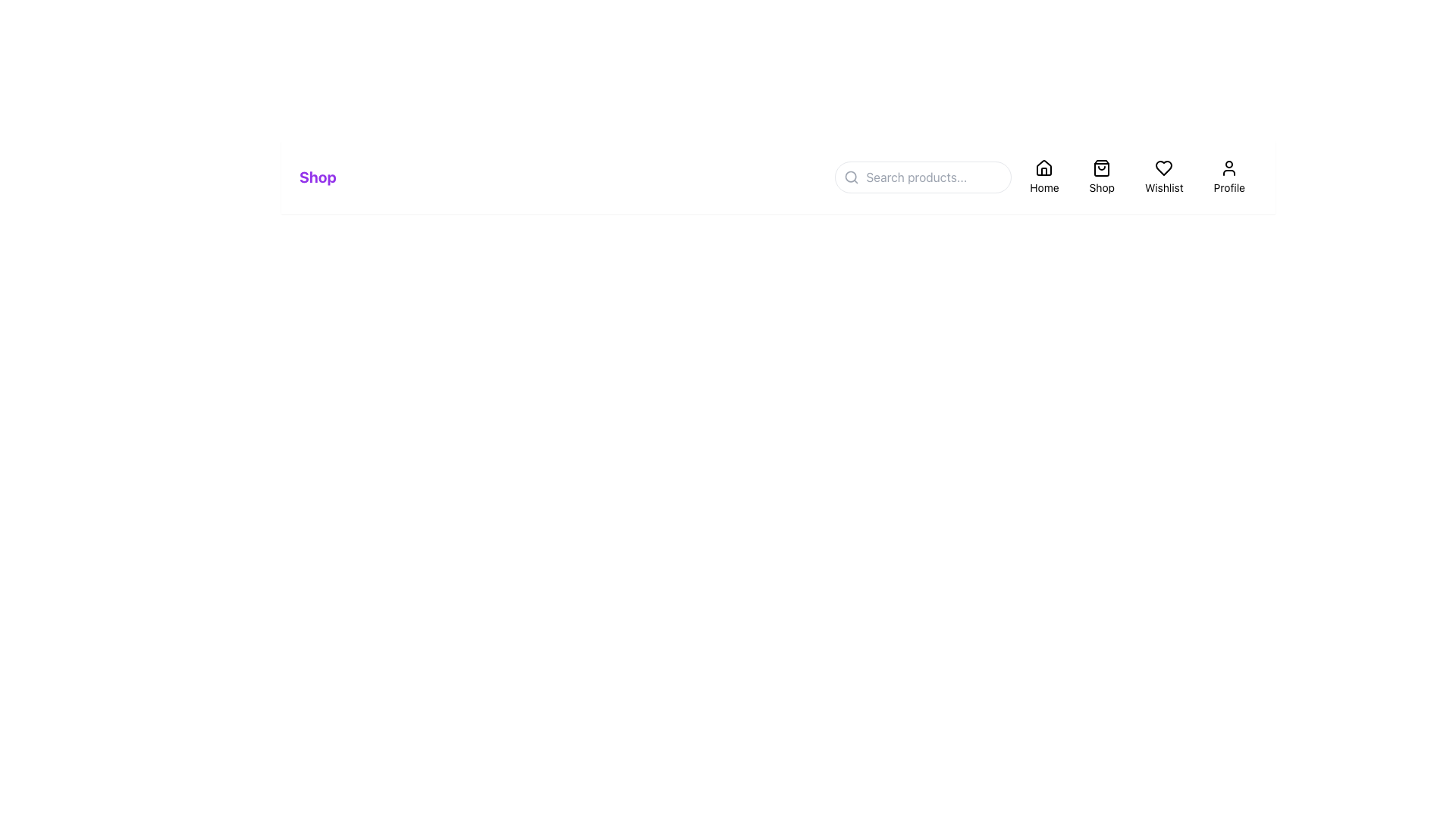 The height and width of the screenshot is (819, 1456). What do you see at coordinates (1229, 177) in the screenshot?
I see `the 'Profile' button, which is a compact button with an icon of a person and a label reading 'Profile', located in the top-right section of the navigation bar` at bounding box center [1229, 177].